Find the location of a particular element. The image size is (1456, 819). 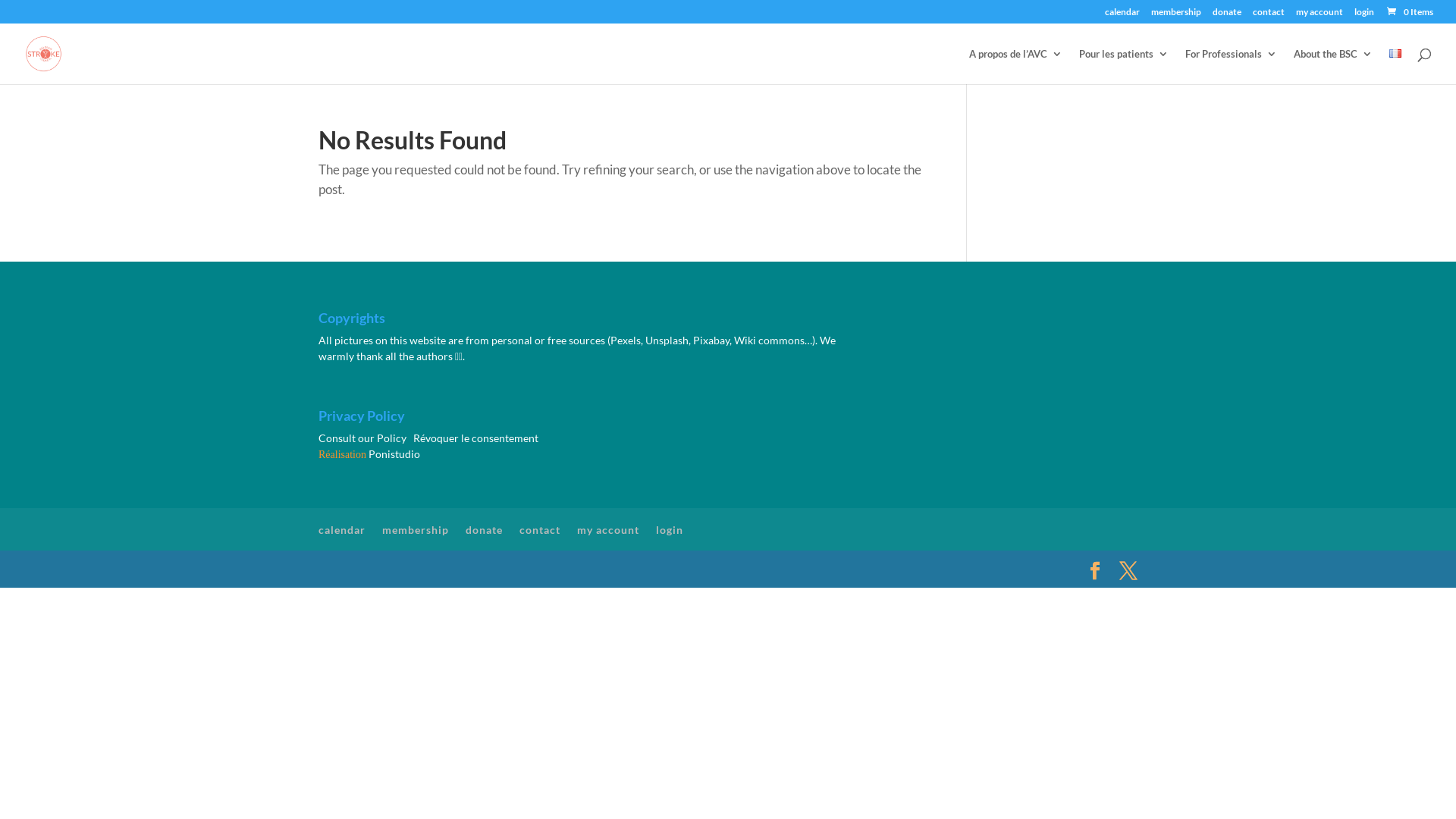

'membership' is located at coordinates (1175, 15).